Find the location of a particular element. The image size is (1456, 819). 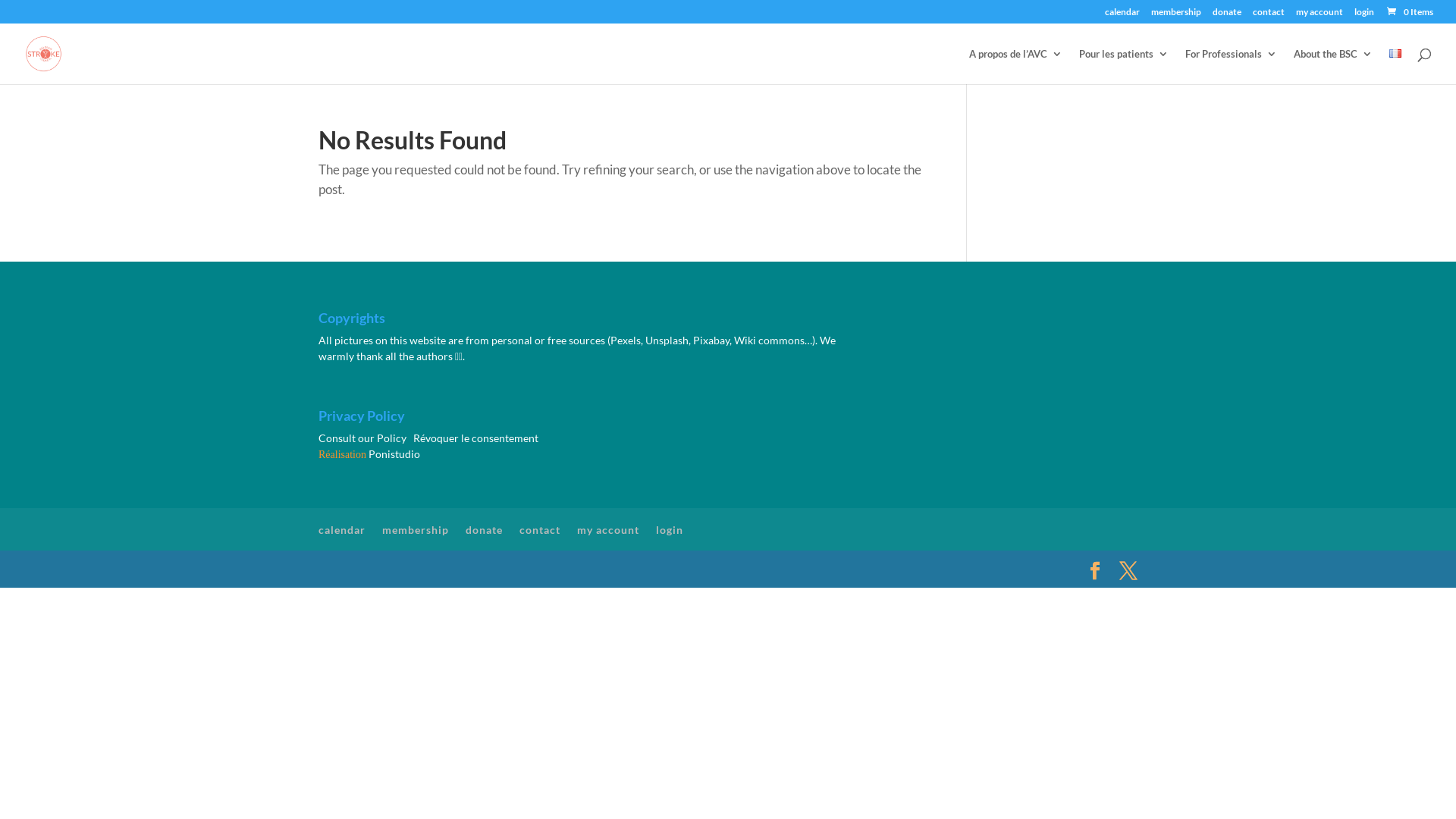

'membership' is located at coordinates (1175, 15).